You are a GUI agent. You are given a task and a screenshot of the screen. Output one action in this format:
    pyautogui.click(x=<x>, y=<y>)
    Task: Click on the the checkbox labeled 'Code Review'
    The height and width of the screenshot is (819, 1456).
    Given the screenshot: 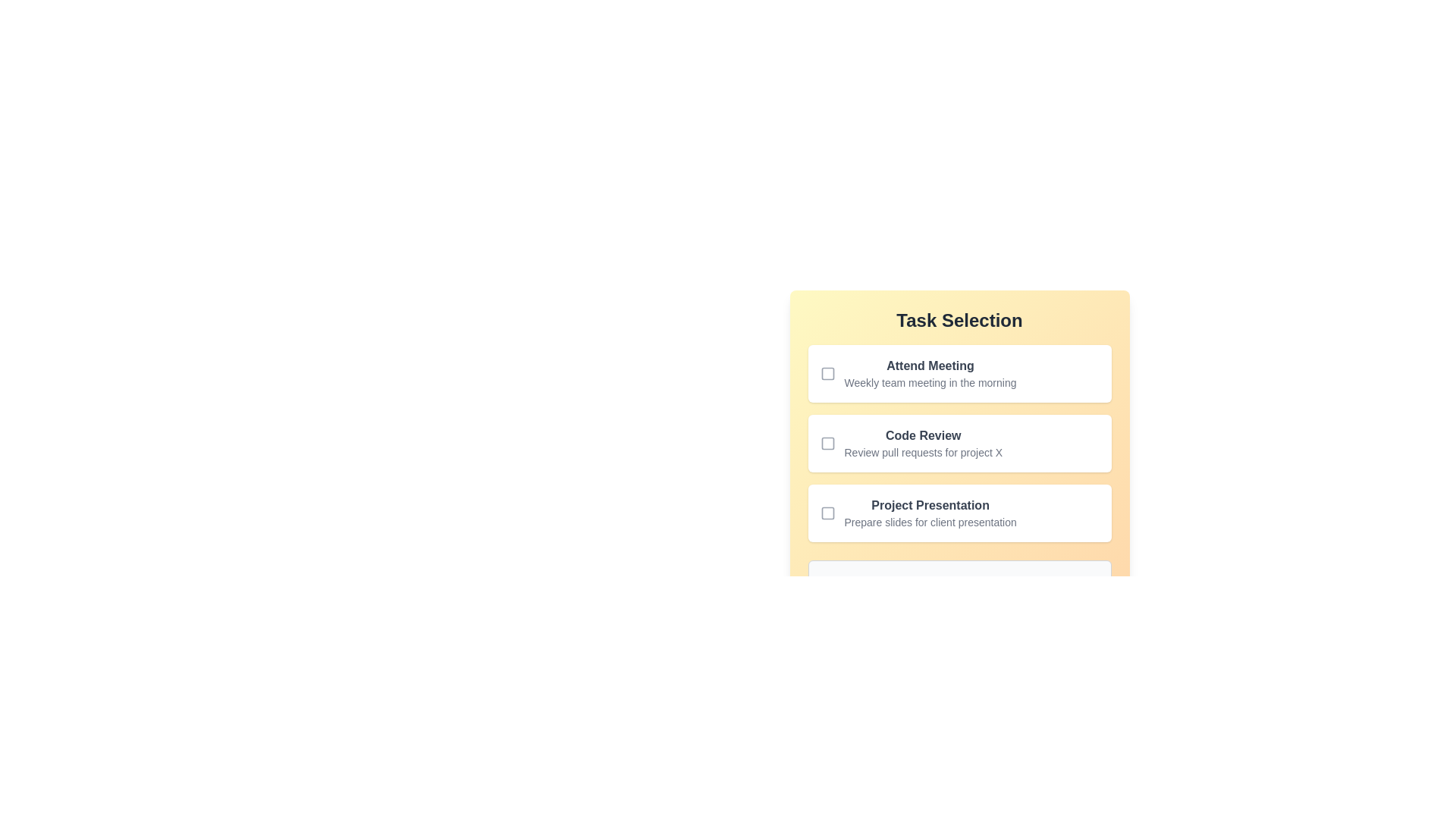 What is the action you would take?
    pyautogui.click(x=910, y=444)
    